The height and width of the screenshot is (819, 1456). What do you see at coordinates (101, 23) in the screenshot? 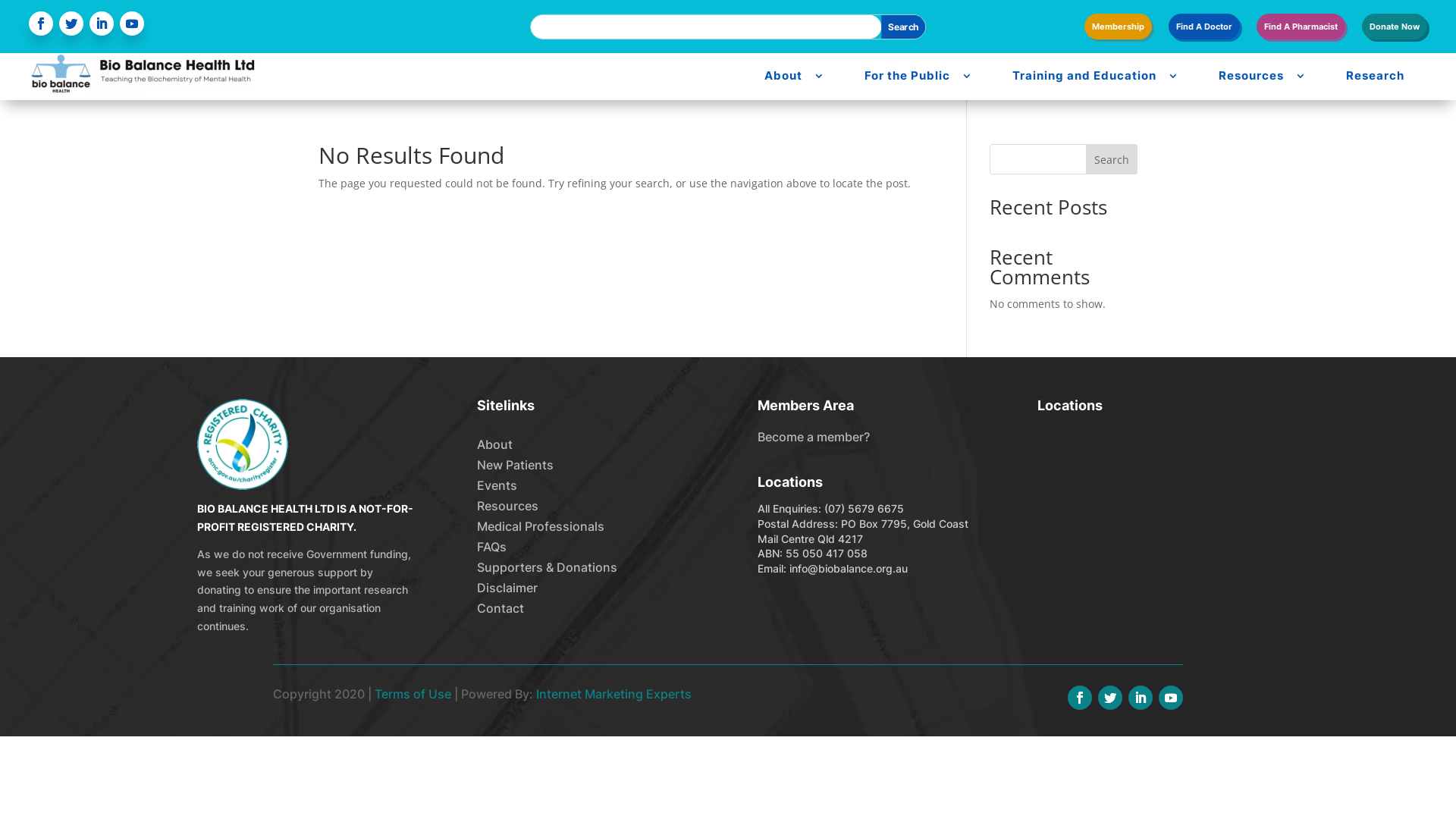
I see `'Follow on LinkedIn'` at bounding box center [101, 23].